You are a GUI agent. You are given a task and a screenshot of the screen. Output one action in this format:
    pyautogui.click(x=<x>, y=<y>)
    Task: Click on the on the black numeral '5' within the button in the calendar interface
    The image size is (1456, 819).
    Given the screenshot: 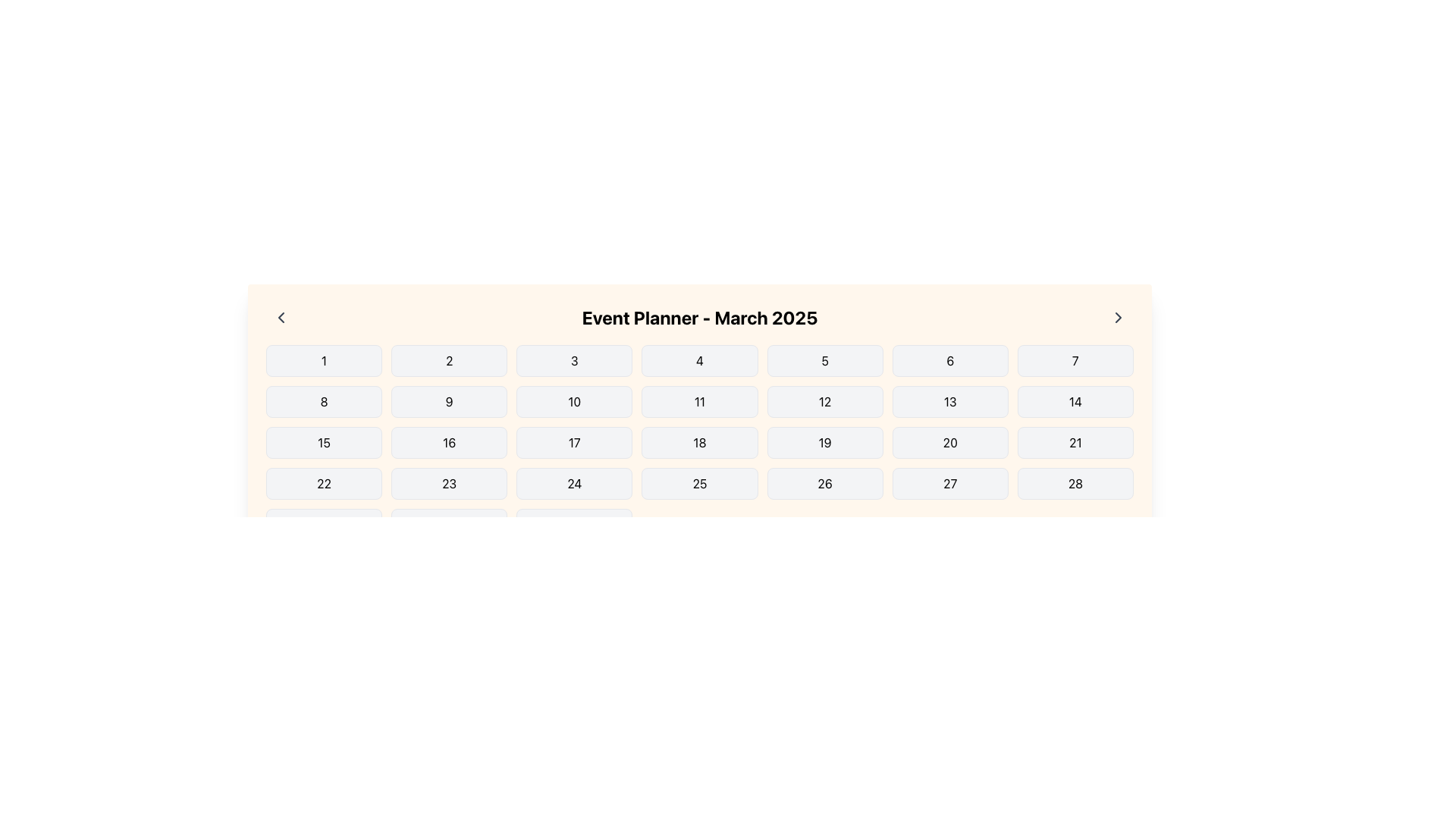 What is the action you would take?
    pyautogui.click(x=824, y=360)
    